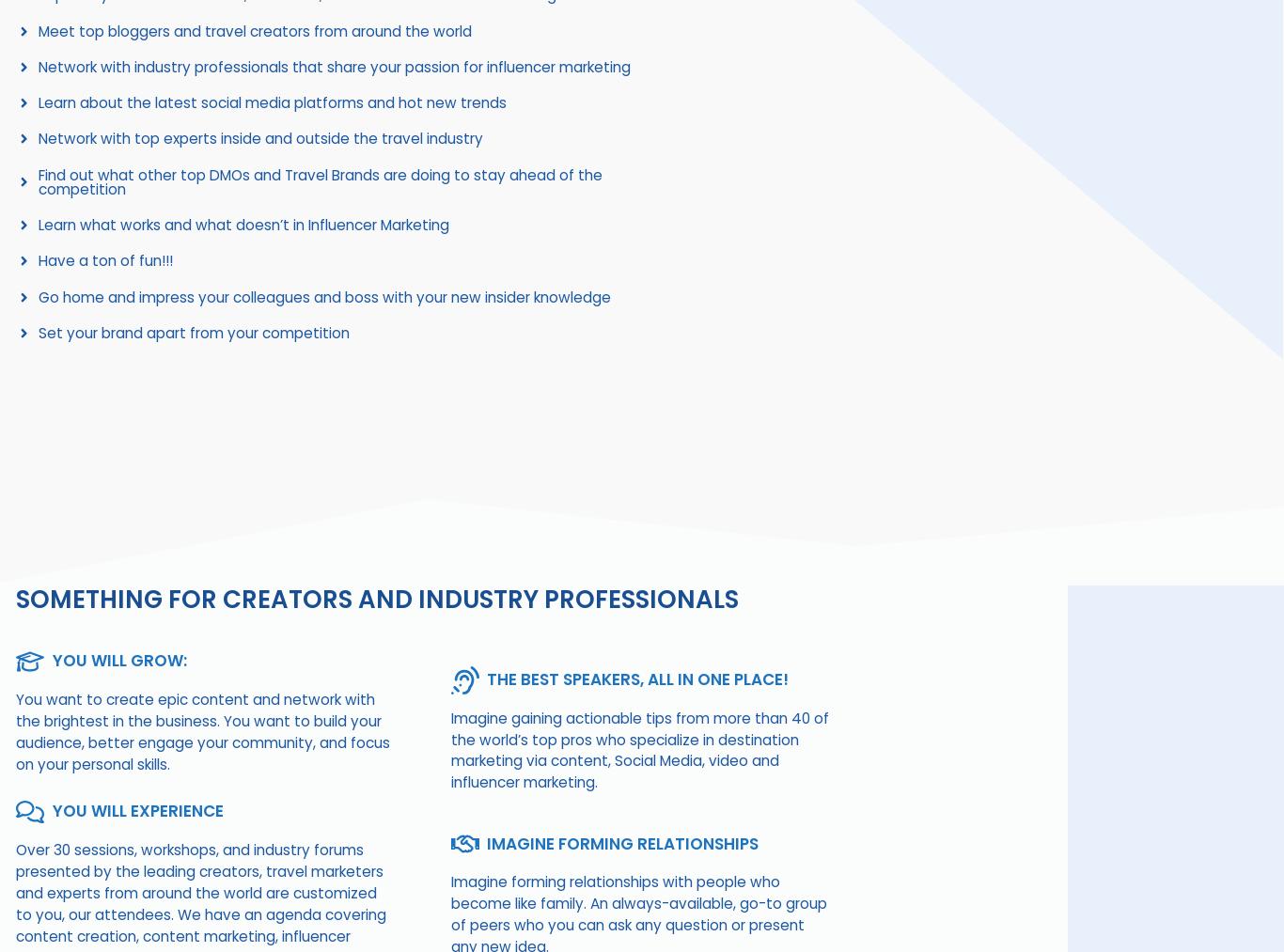 The height and width of the screenshot is (952, 1284). I want to click on 'Learn what works and what doesn’t in Influencer Marketing', so click(243, 224).